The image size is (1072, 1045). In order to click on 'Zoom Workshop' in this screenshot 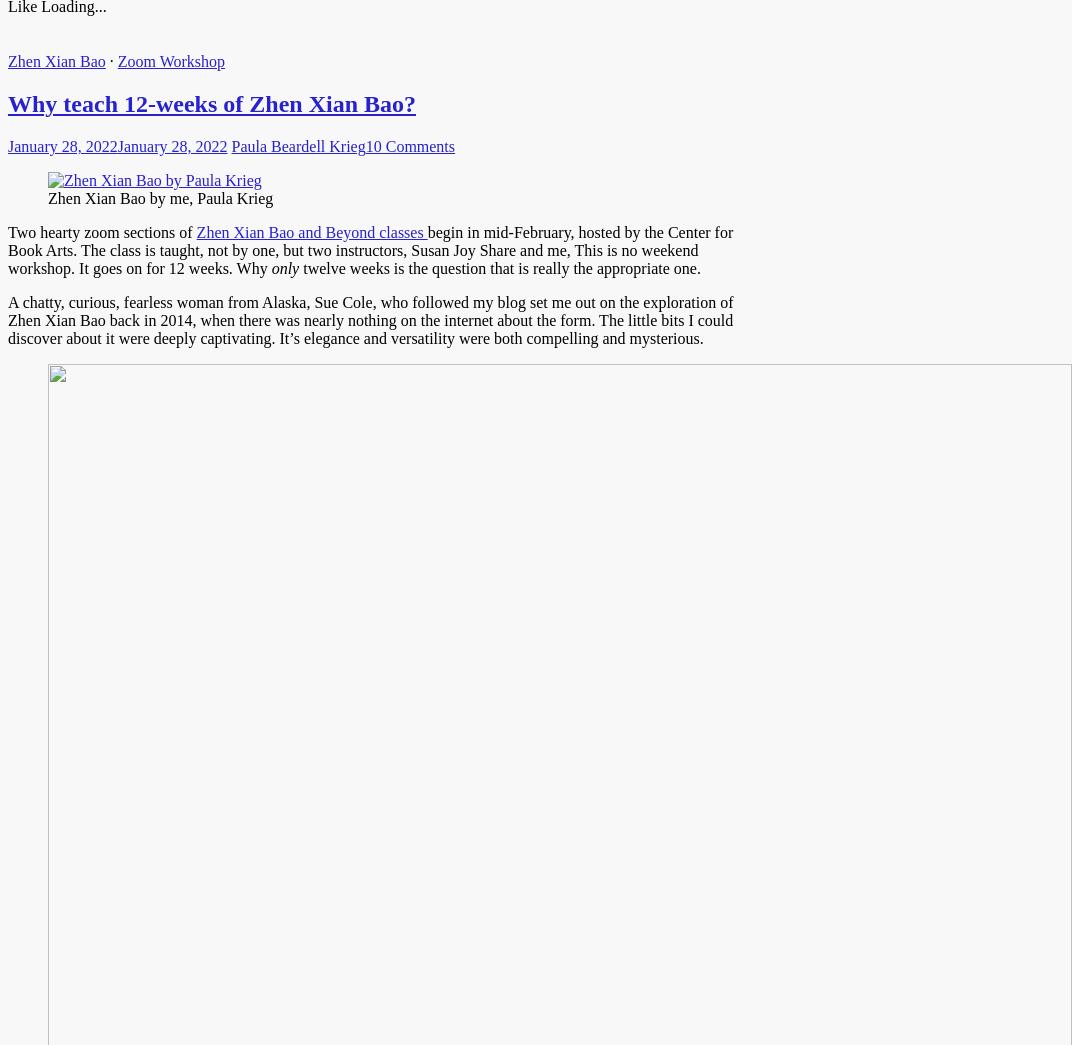, I will do `click(169, 61)`.